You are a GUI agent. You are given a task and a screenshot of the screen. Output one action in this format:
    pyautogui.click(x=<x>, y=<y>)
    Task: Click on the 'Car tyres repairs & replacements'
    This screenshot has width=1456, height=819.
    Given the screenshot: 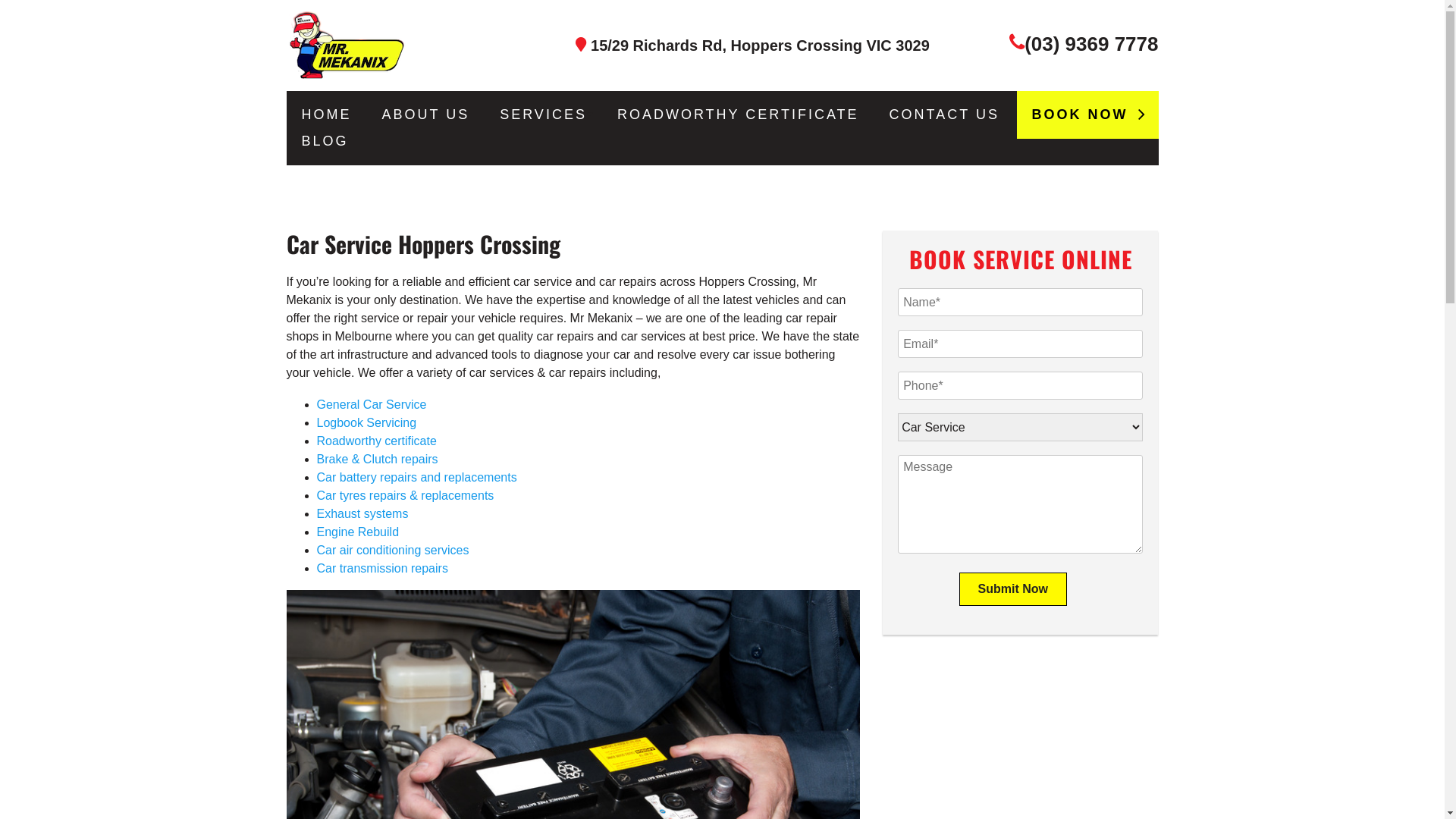 What is the action you would take?
    pyautogui.click(x=315, y=495)
    